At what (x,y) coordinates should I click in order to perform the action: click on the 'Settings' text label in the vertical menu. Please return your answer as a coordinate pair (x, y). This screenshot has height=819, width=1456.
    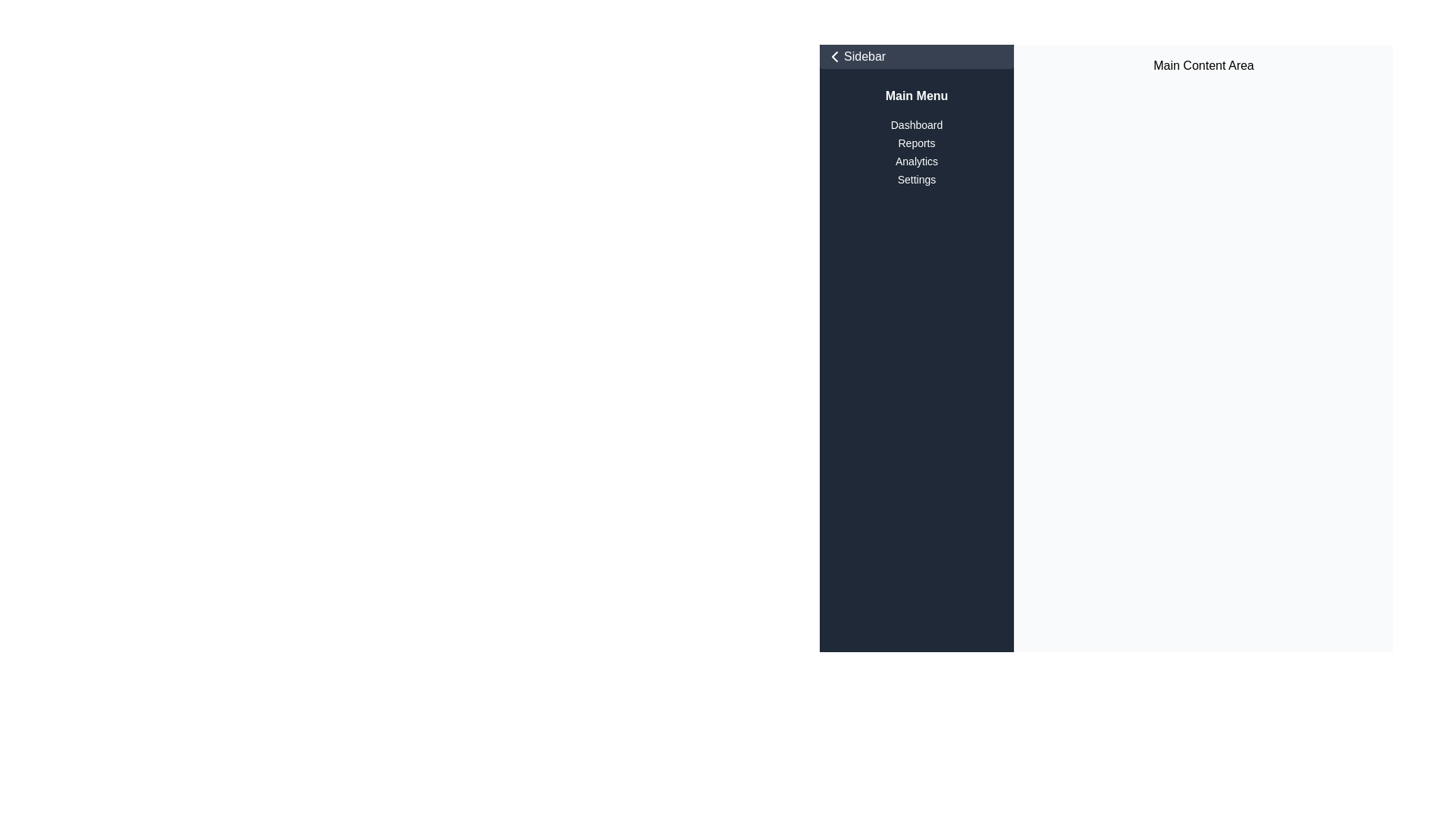
    Looking at the image, I should click on (916, 178).